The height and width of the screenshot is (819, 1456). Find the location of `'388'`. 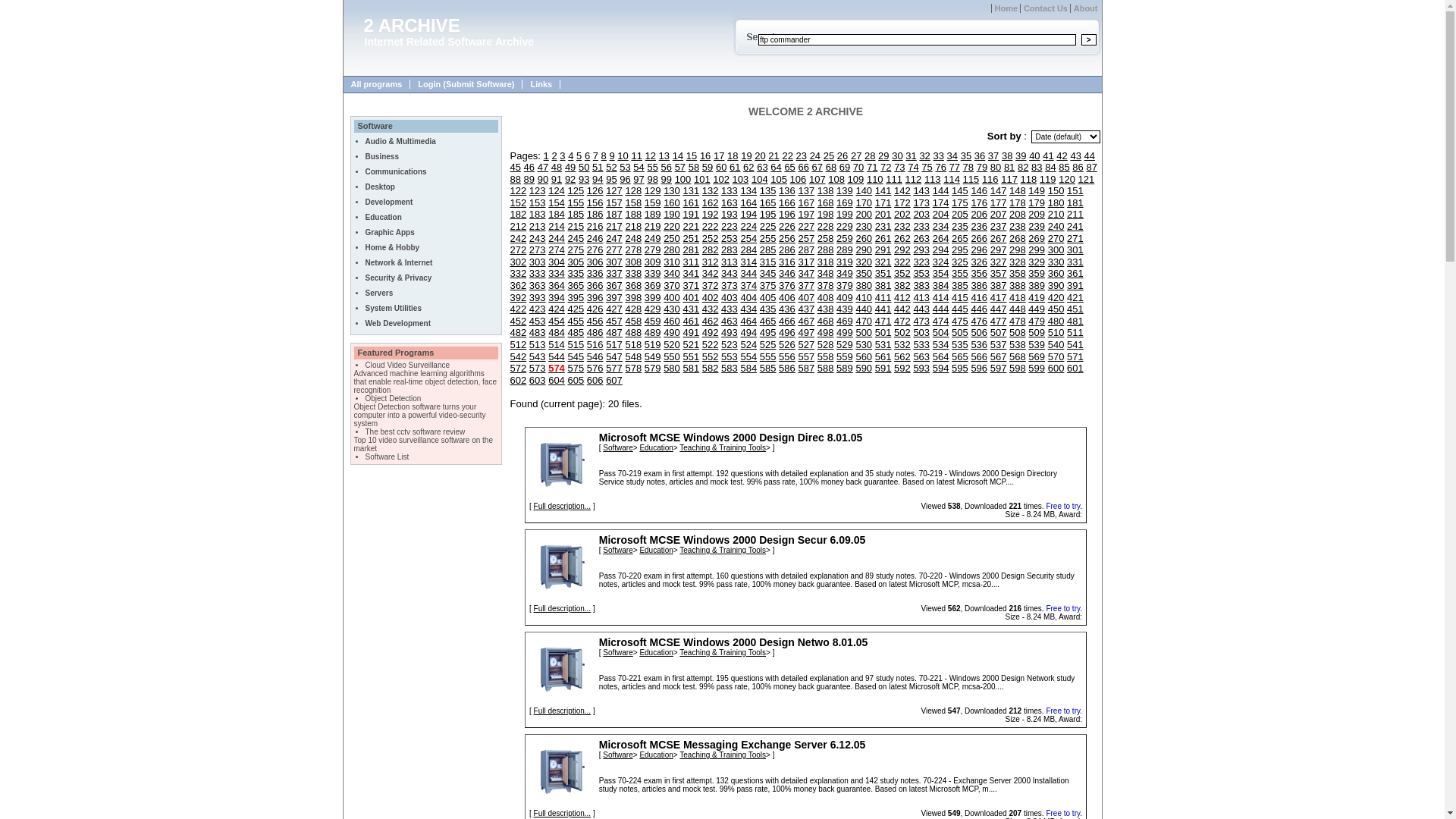

'388' is located at coordinates (1018, 285).